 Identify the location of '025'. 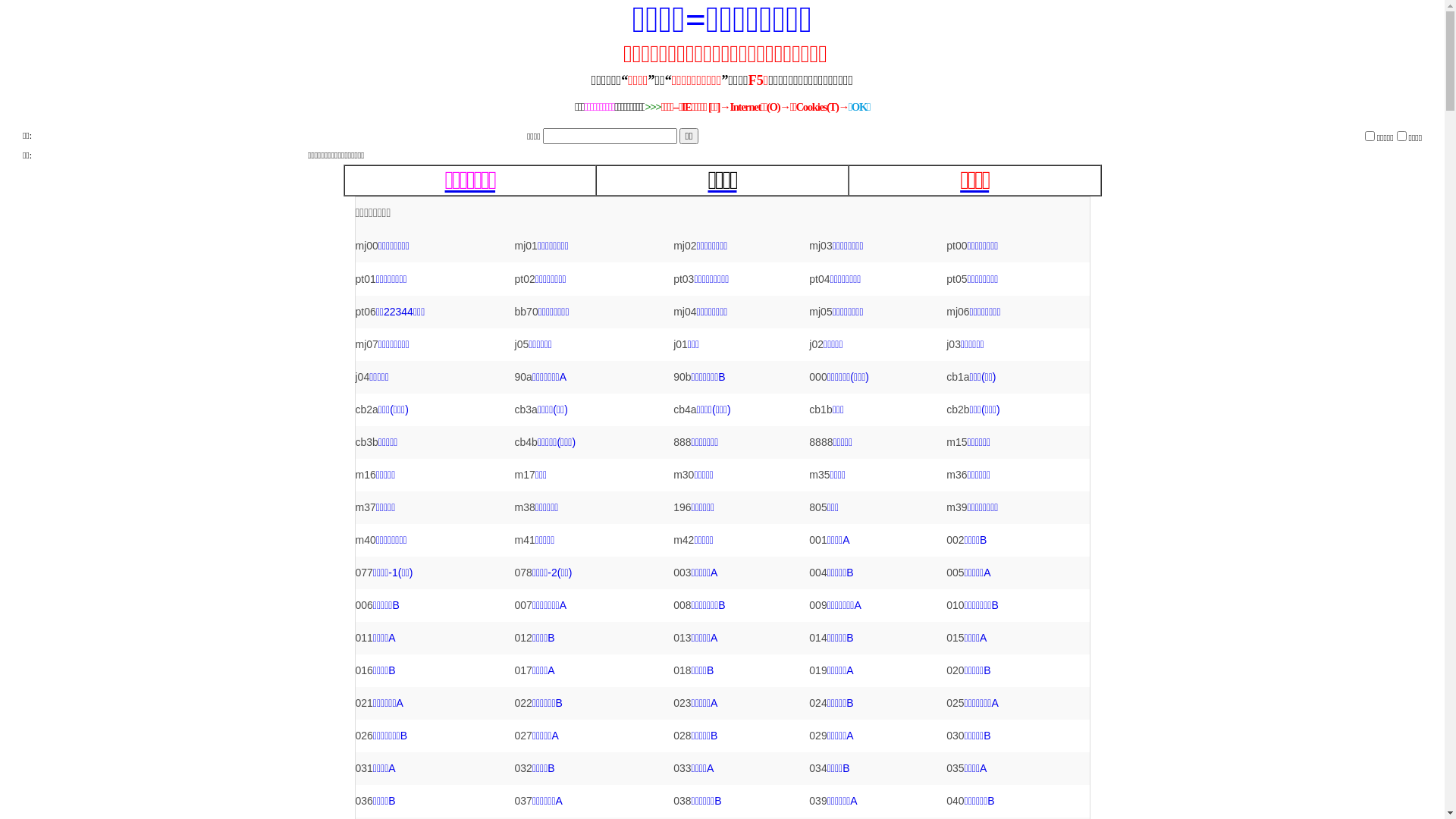
(954, 702).